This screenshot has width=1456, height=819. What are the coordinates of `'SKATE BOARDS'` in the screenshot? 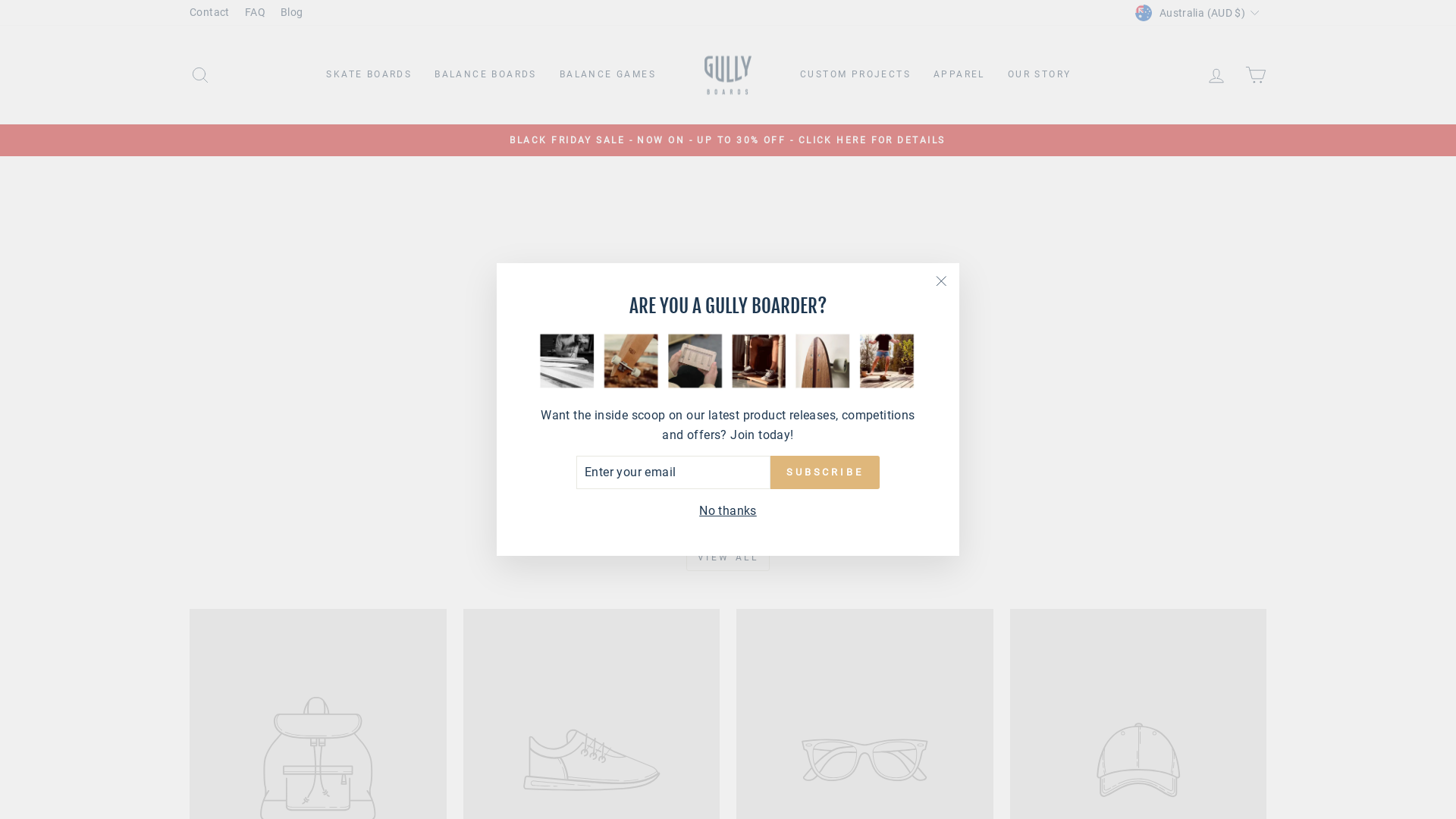 It's located at (369, 75).